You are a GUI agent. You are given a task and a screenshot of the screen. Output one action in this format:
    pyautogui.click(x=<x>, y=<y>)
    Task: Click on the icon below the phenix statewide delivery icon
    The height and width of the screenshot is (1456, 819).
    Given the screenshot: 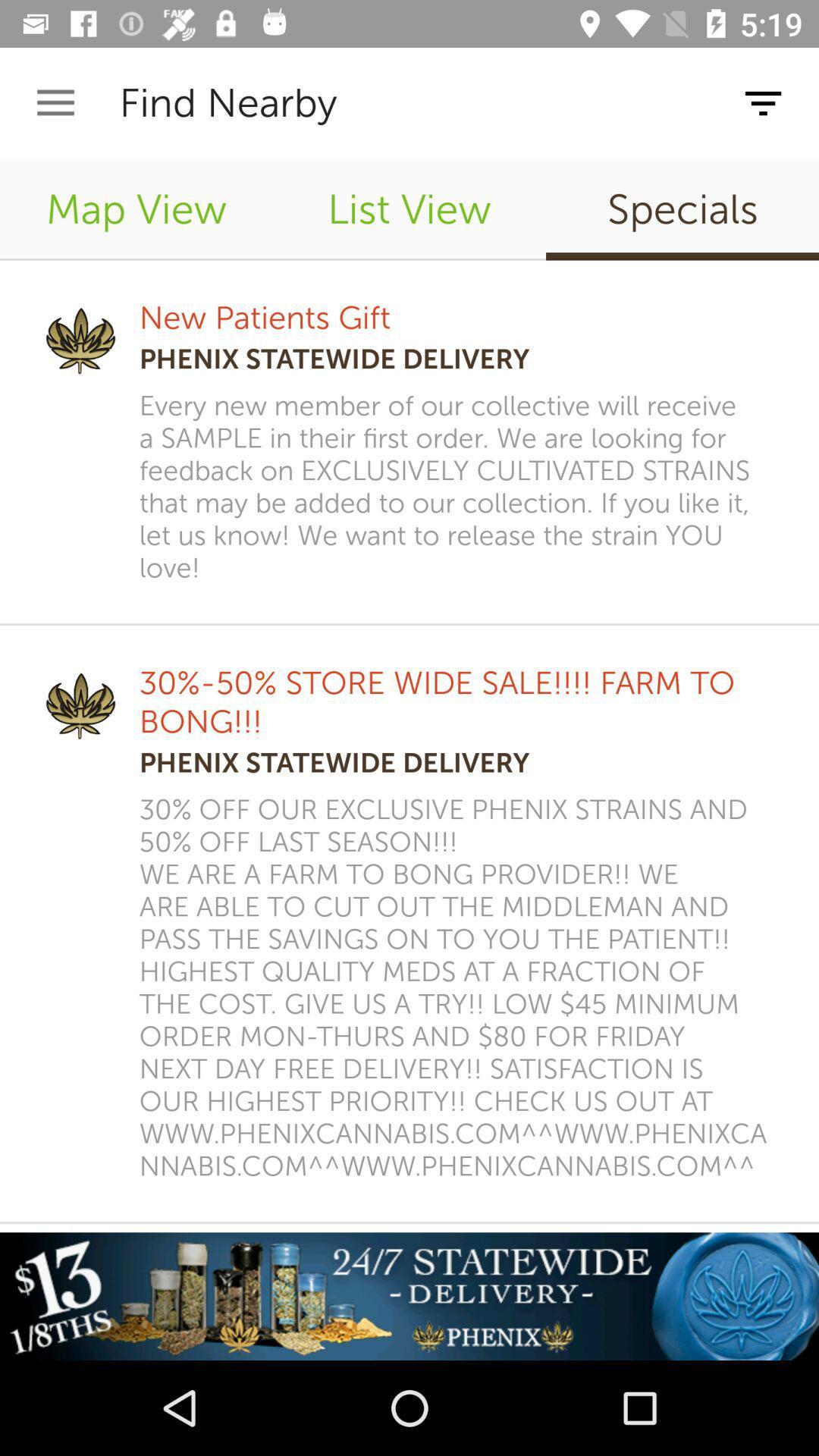 What is the action you would take?
    pyautogui.click(x=458, y=988)
    